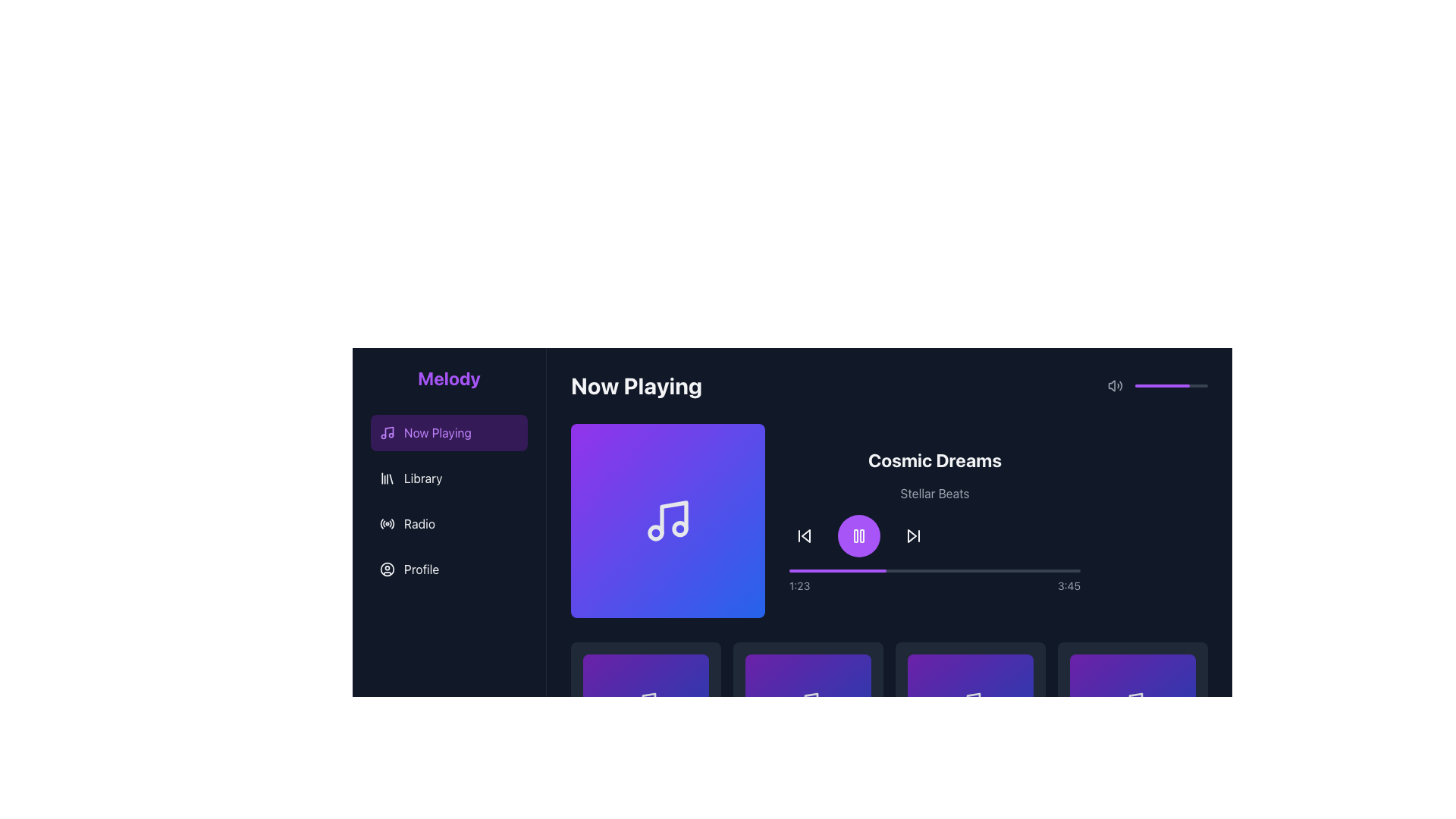 This screenshot has width=1456, height=819. I want to click on the Progress Indicator located in the top-right region of the interface, which visually indicates playback progress in a media player, so click(836, 570).